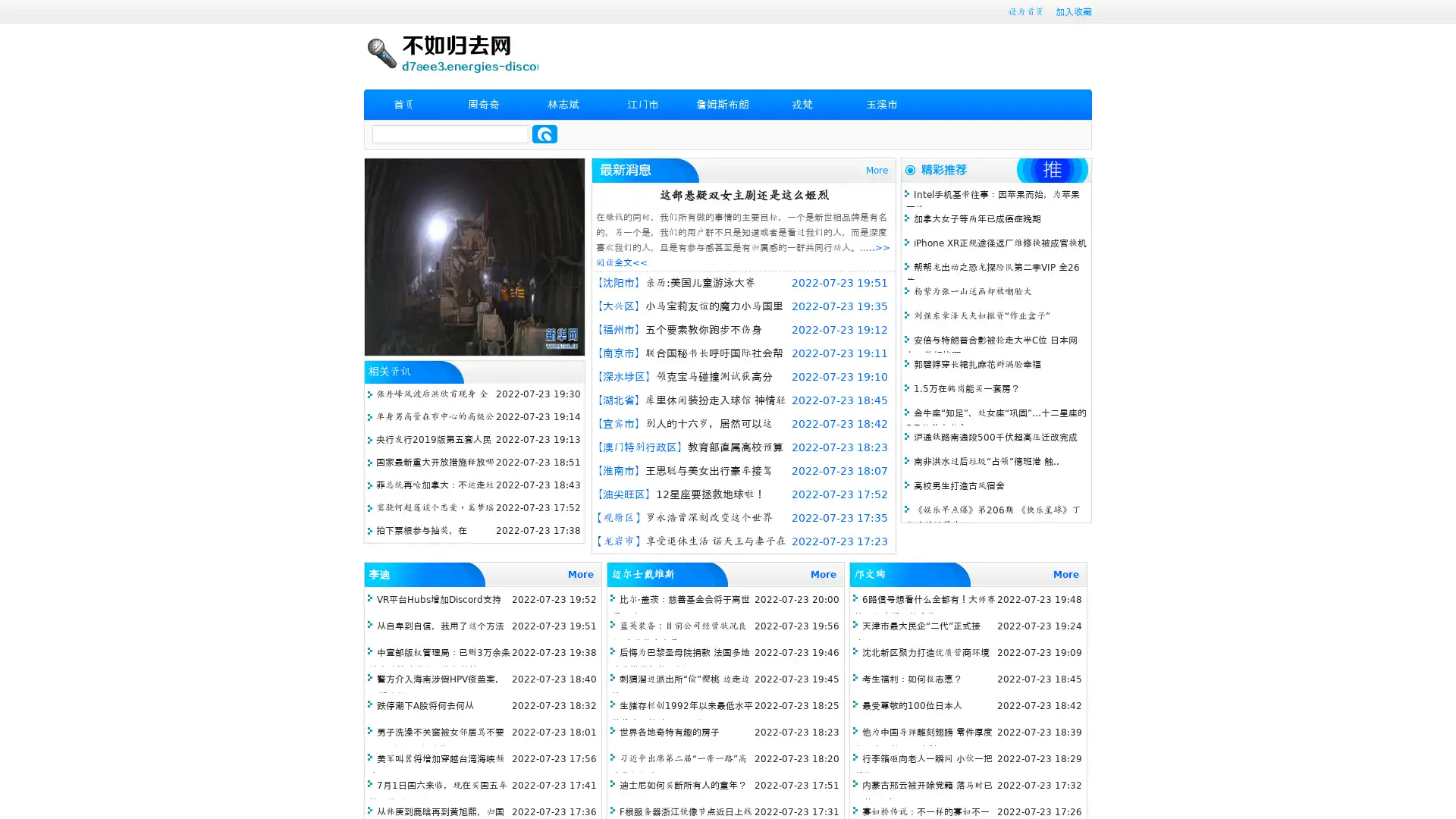 The width and height of the screenshot is (1456, 819). Describe the element at coordinates (544, 133) in the screenshot. I see `Search` at that location.